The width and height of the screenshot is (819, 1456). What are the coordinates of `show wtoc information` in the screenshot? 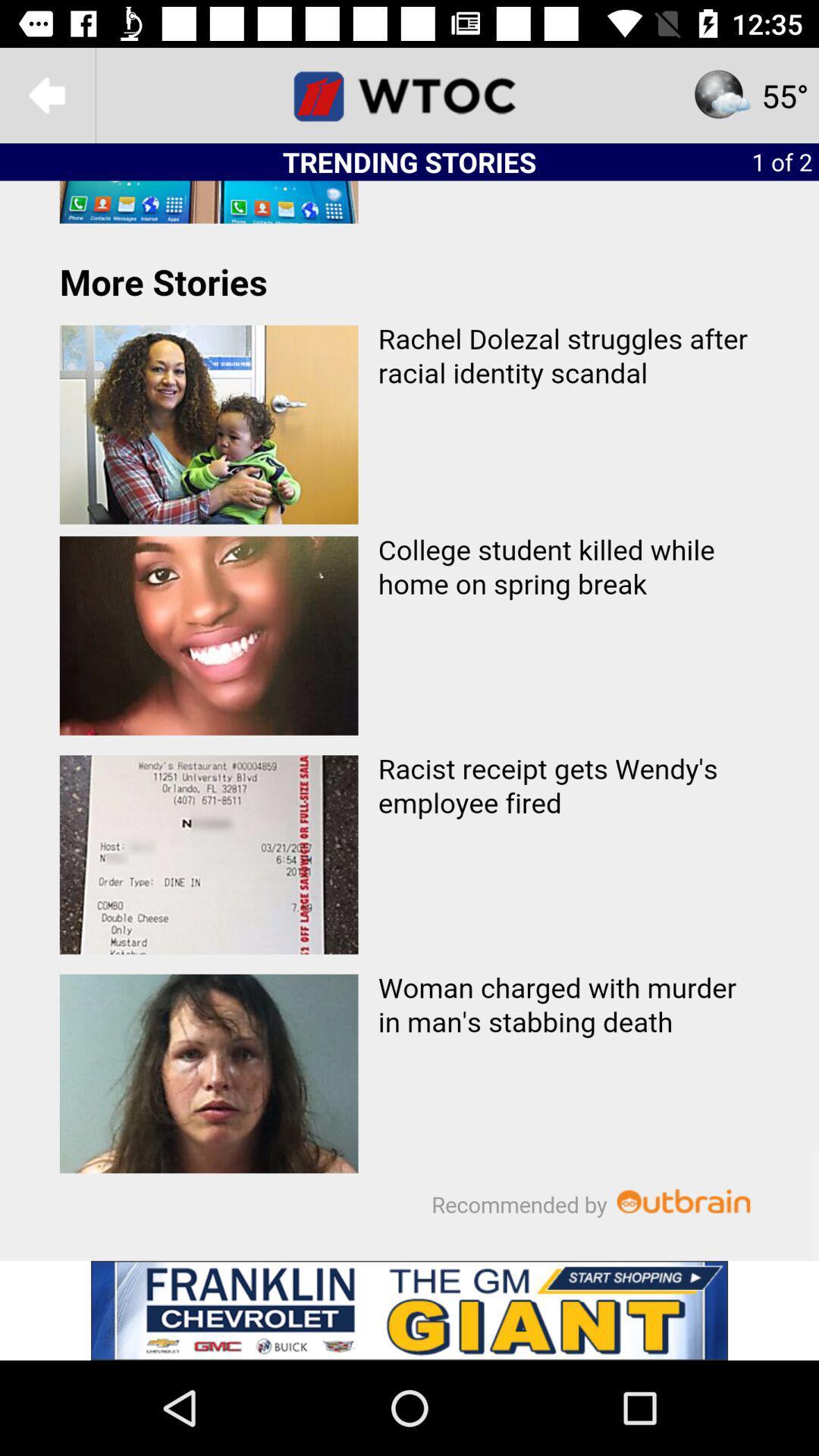 It's located at (409, 94).